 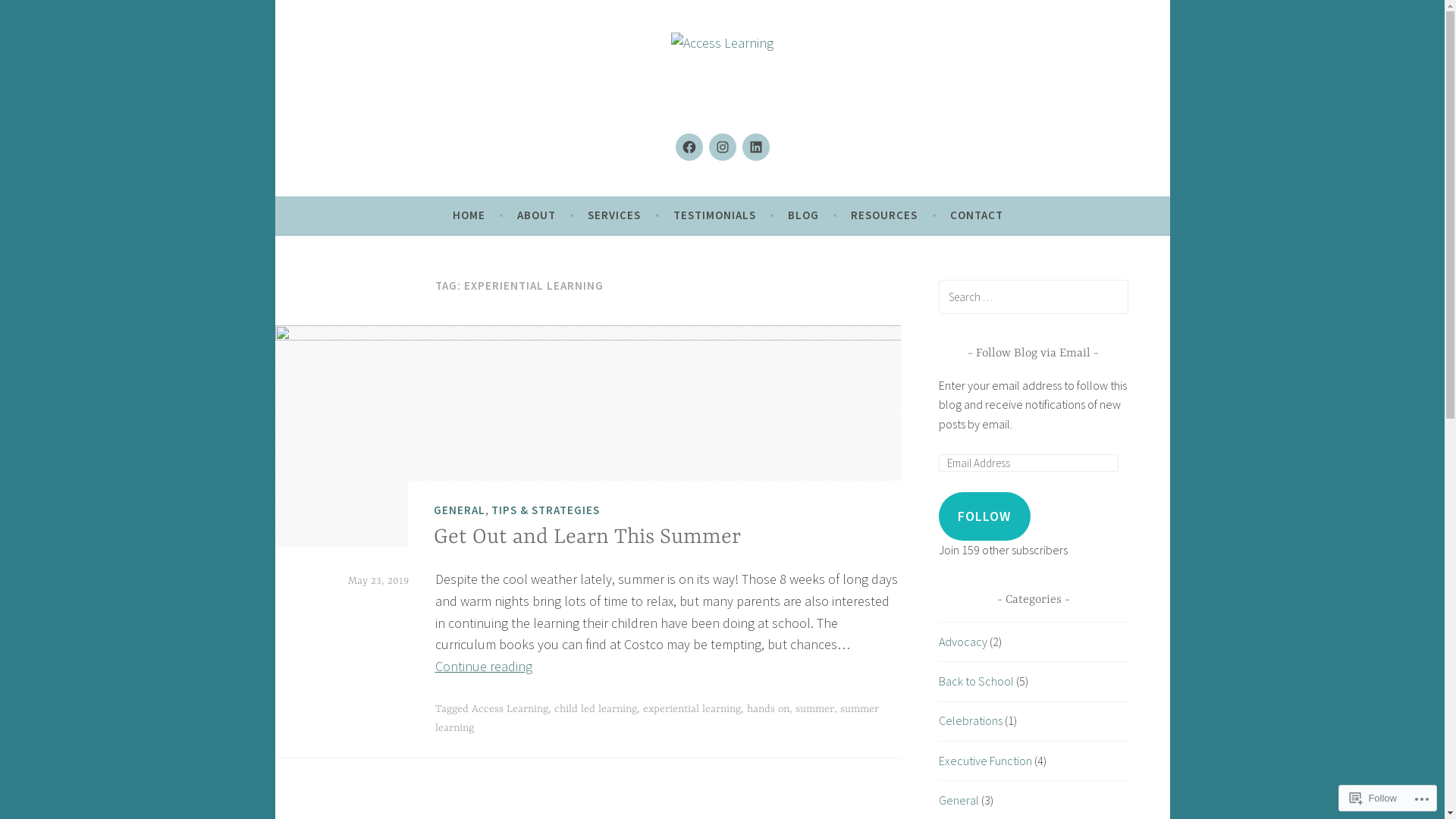 What do you see at coordinates (976, 215) in the screenshot?
I see `'CONTACT'` at bounding box center [976, 215].